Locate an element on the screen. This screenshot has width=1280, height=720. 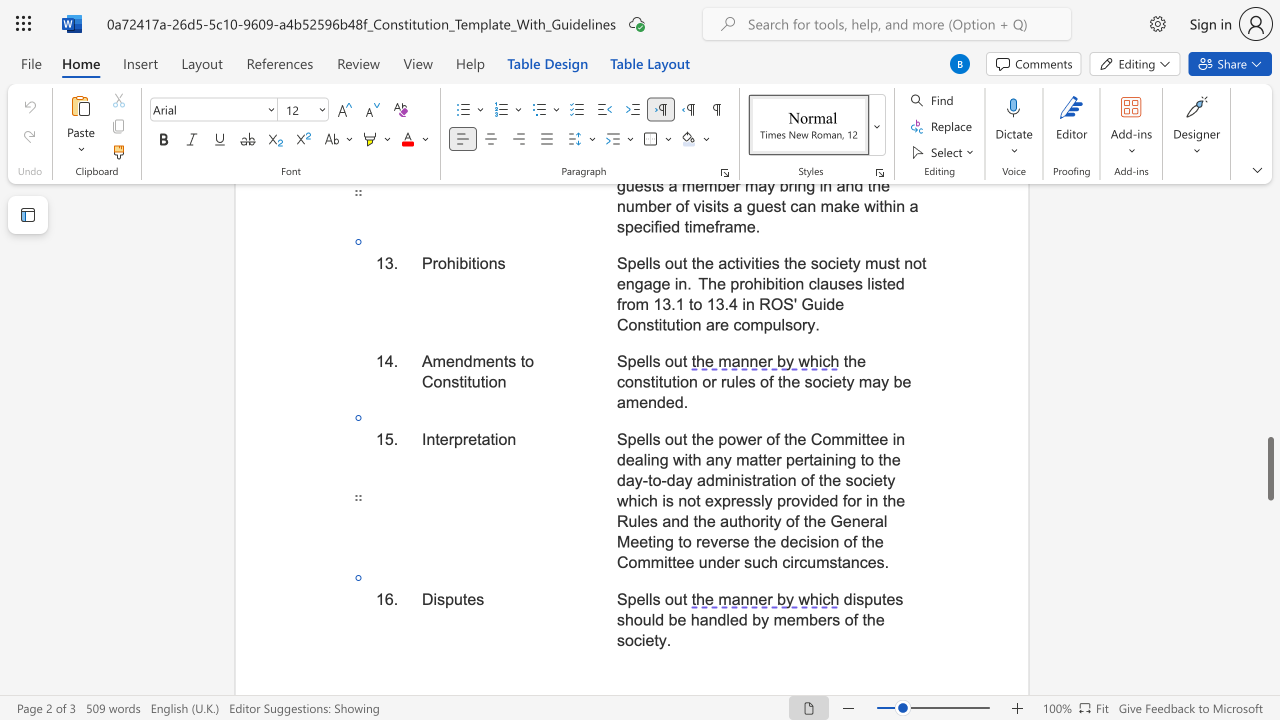
the 1th character "t" in the text is located at coordinates (436, 438).